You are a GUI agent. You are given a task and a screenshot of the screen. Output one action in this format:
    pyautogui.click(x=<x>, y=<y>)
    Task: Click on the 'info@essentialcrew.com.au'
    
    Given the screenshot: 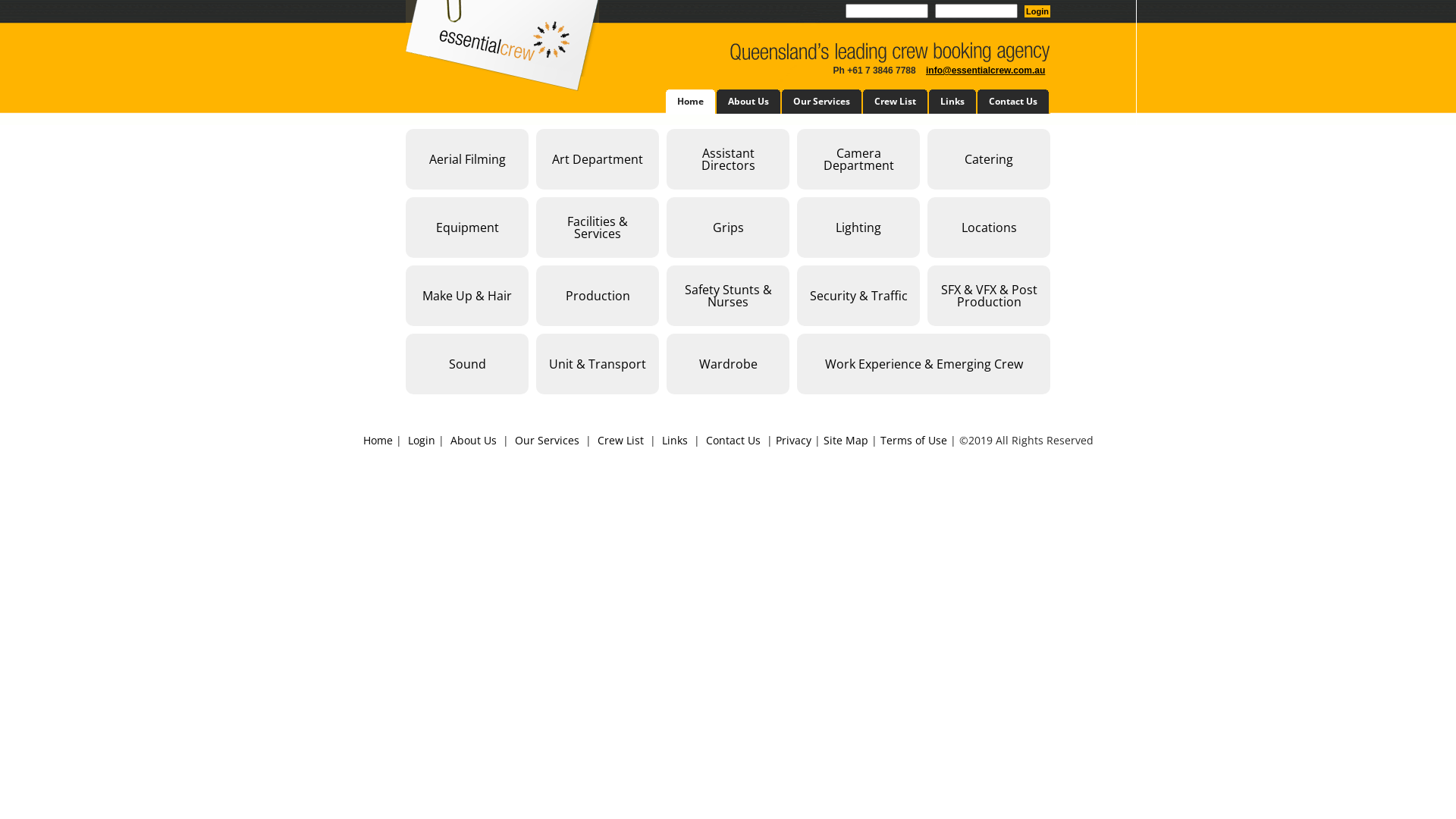 What is the action you would take?
    pyautogui.click(x=985, y=70)
    